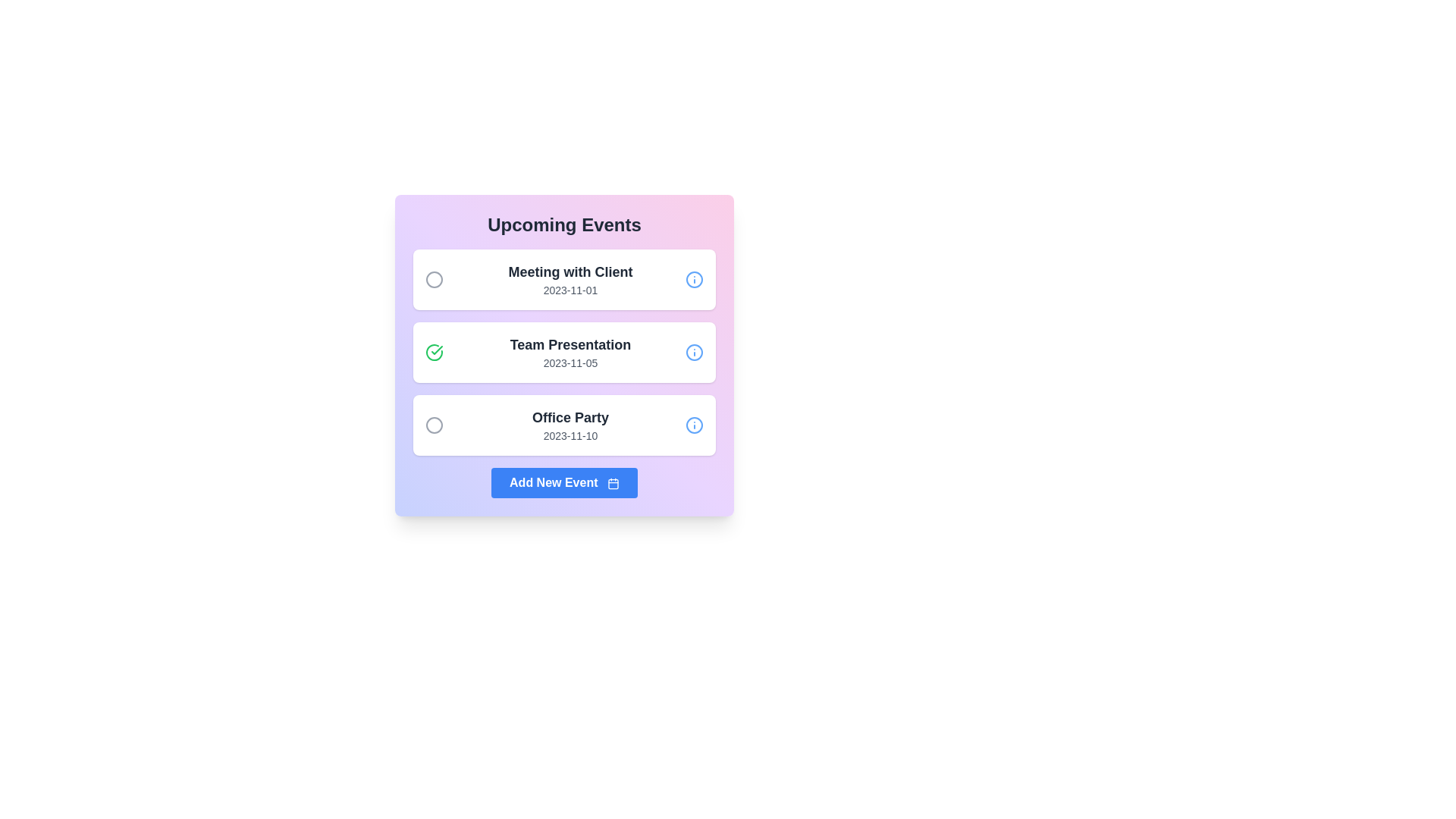 Image resolution: width=1456 pixels, height=819 pixels. What do you see at coordinates (570, 280) in the screenshot?
I see `the first Text Label with Metadata representing an event entry under the 'Upcoming Events' heading, which displays a title and a date` at bounding box center [570, 280].